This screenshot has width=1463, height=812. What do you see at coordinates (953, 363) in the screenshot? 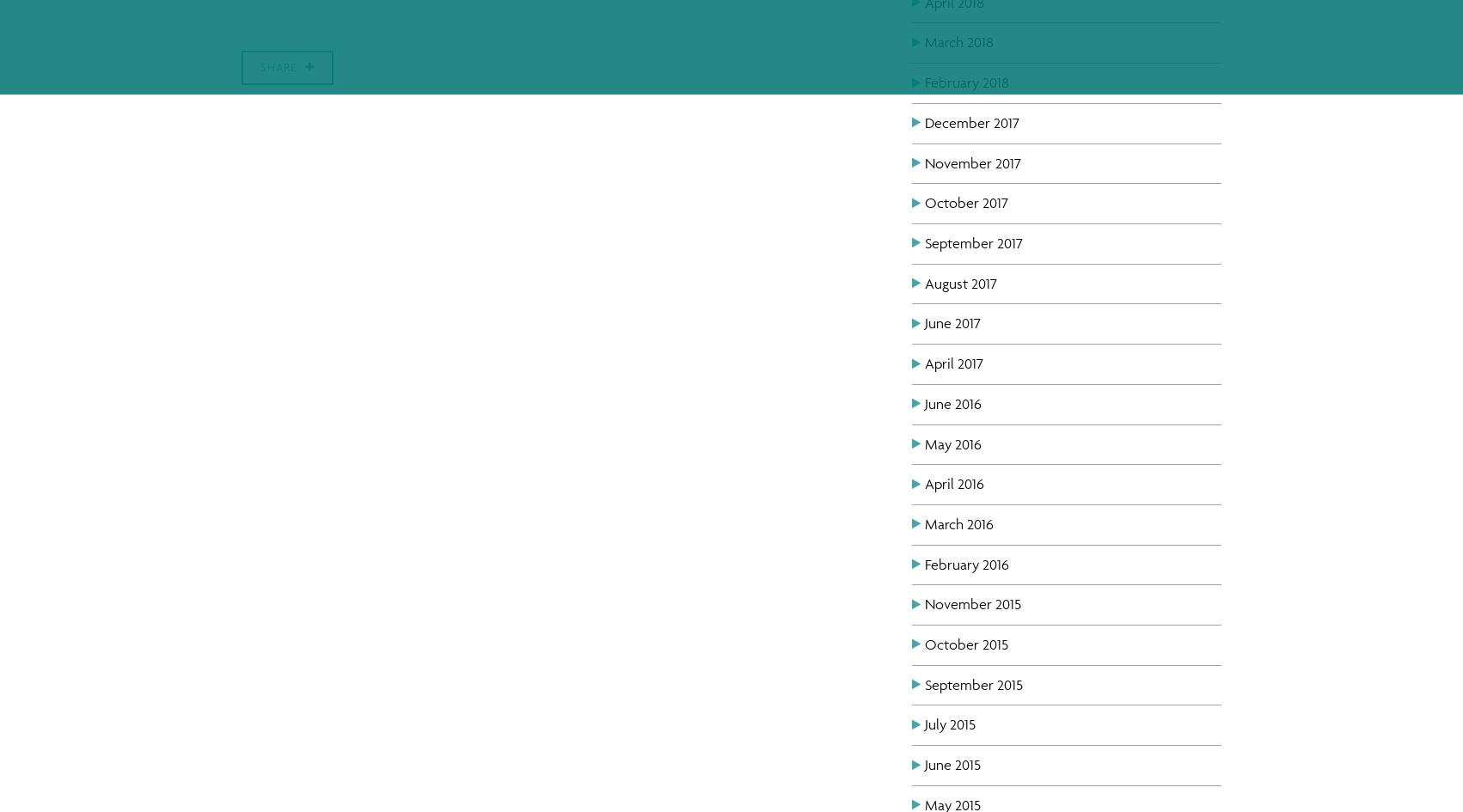
I see `'April 2017'` at bounding box center [953, 363].